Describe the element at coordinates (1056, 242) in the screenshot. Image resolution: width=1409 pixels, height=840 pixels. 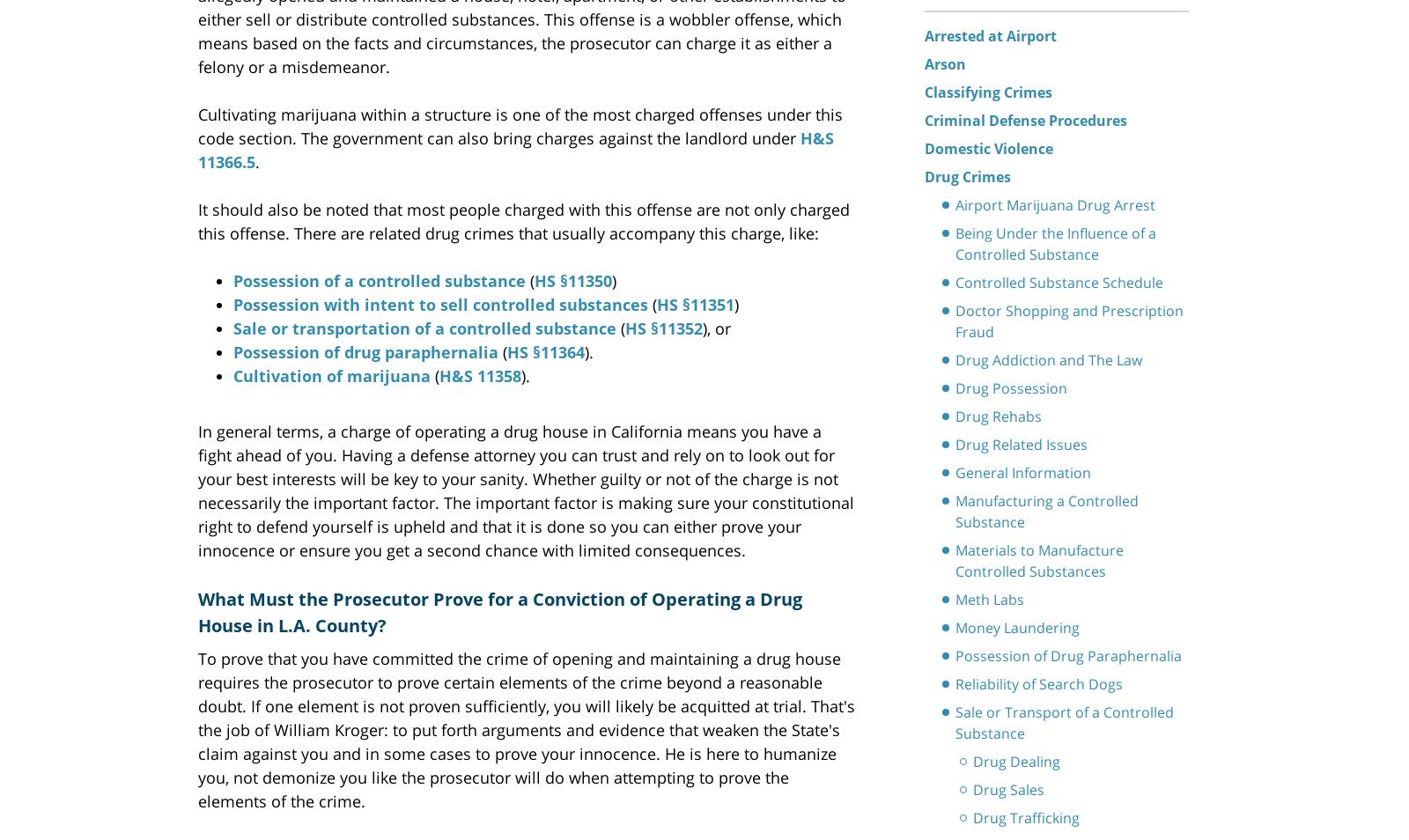
I see `'Being Under the Influence of a Controlled Substance'` at that location.